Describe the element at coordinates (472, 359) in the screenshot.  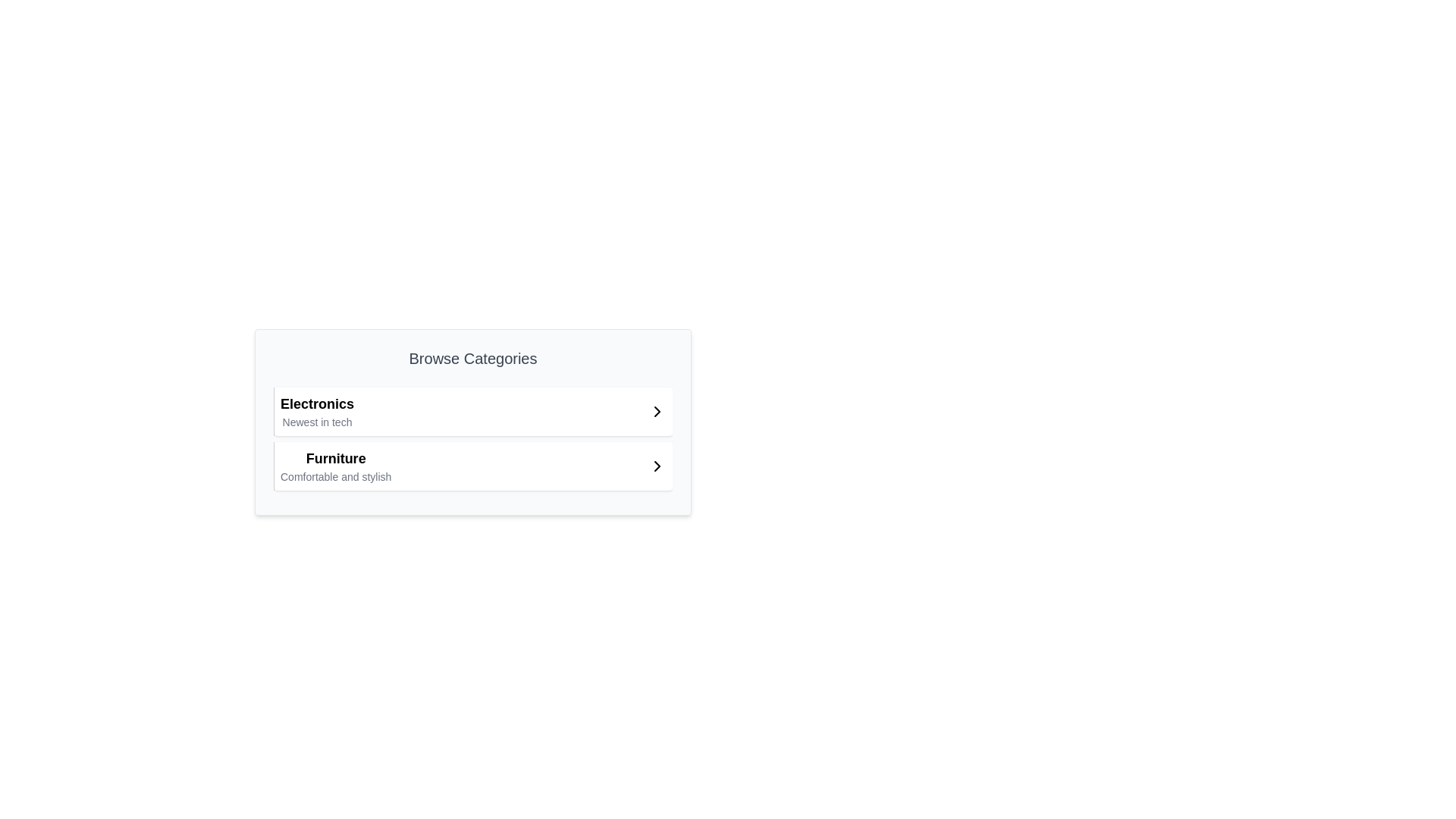
I see `the static text header displaying 'Browse Categories', which is styled with a larger font size and medium weight, located at the top of the category browsing section` at that location.